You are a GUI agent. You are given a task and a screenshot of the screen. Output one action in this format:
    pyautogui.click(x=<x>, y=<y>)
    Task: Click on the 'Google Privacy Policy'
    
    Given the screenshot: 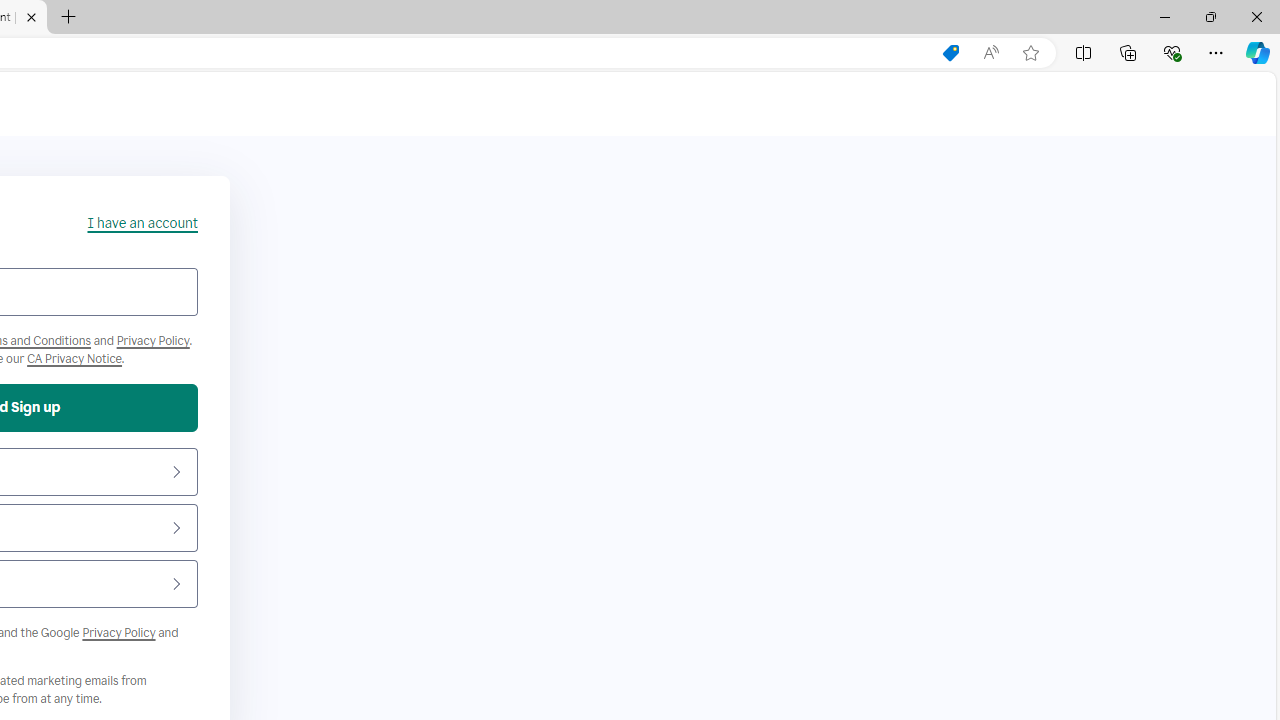 What is the action you would take?
    pyautogui.click(x=118, y=632)
    